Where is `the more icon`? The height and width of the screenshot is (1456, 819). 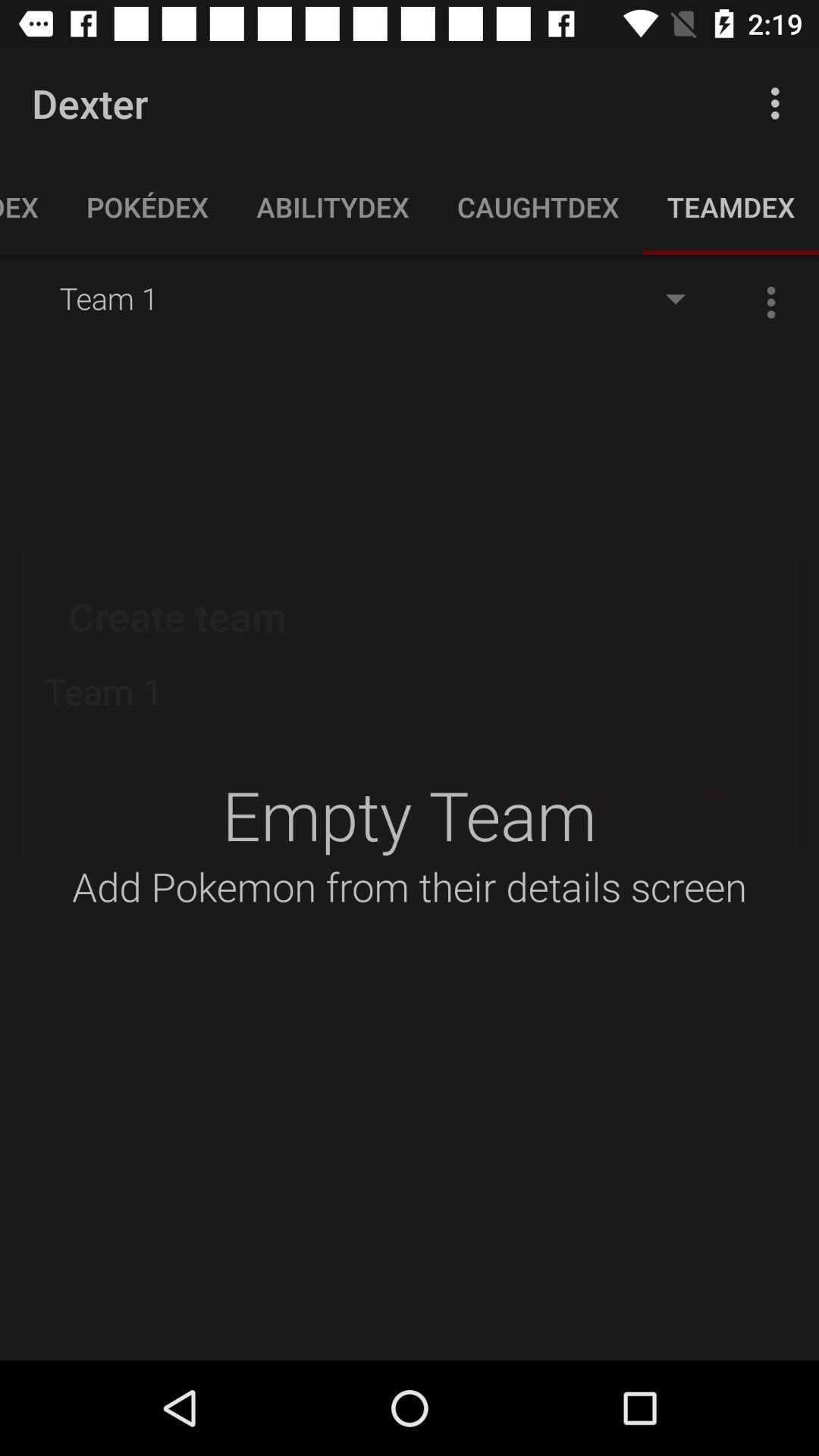 the more icon is located at coordinates (771, 302).